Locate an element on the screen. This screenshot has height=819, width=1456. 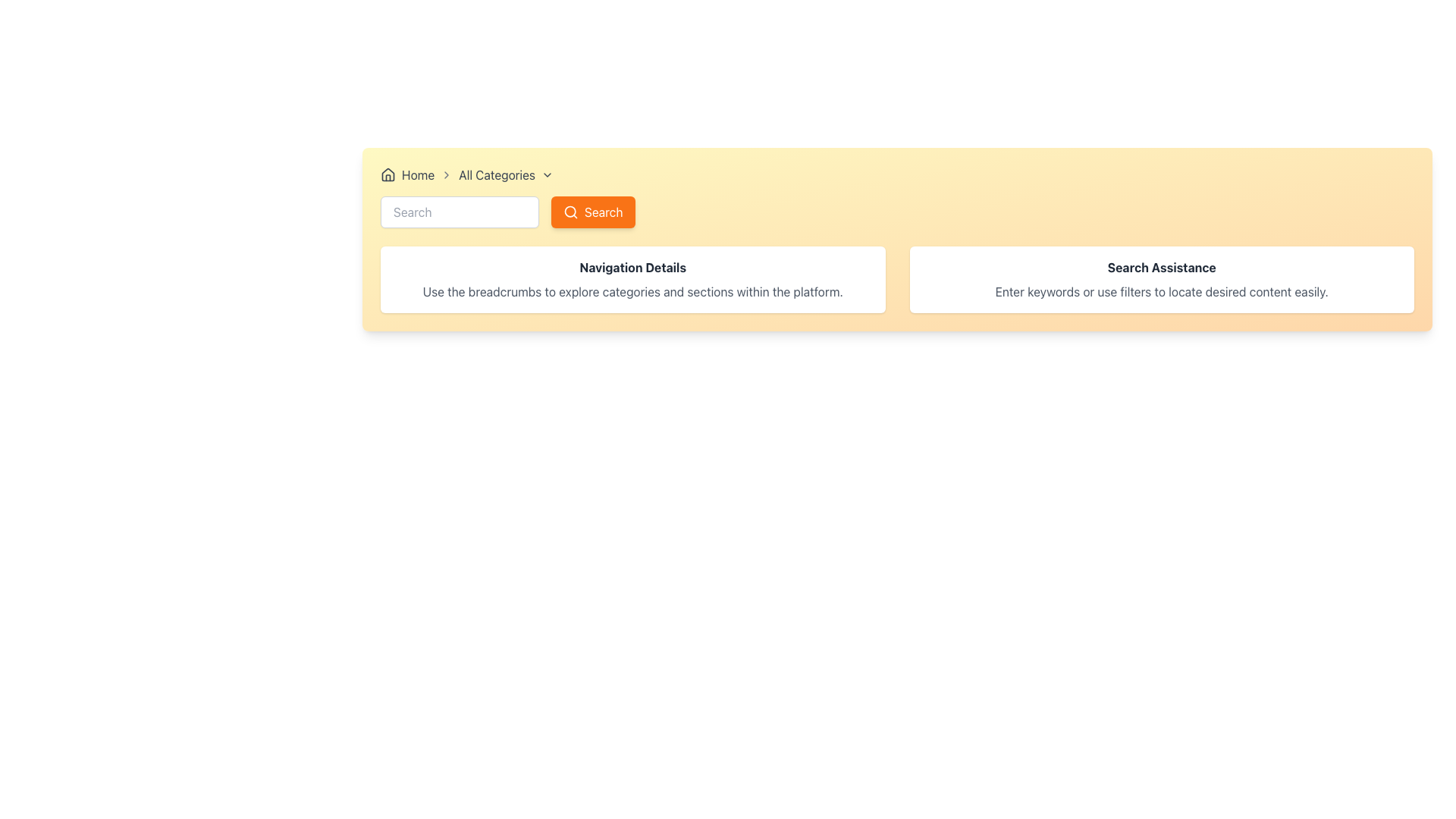
the informational text block that reads 'Use the breadcrumbs is located at coordinates (632, 292).